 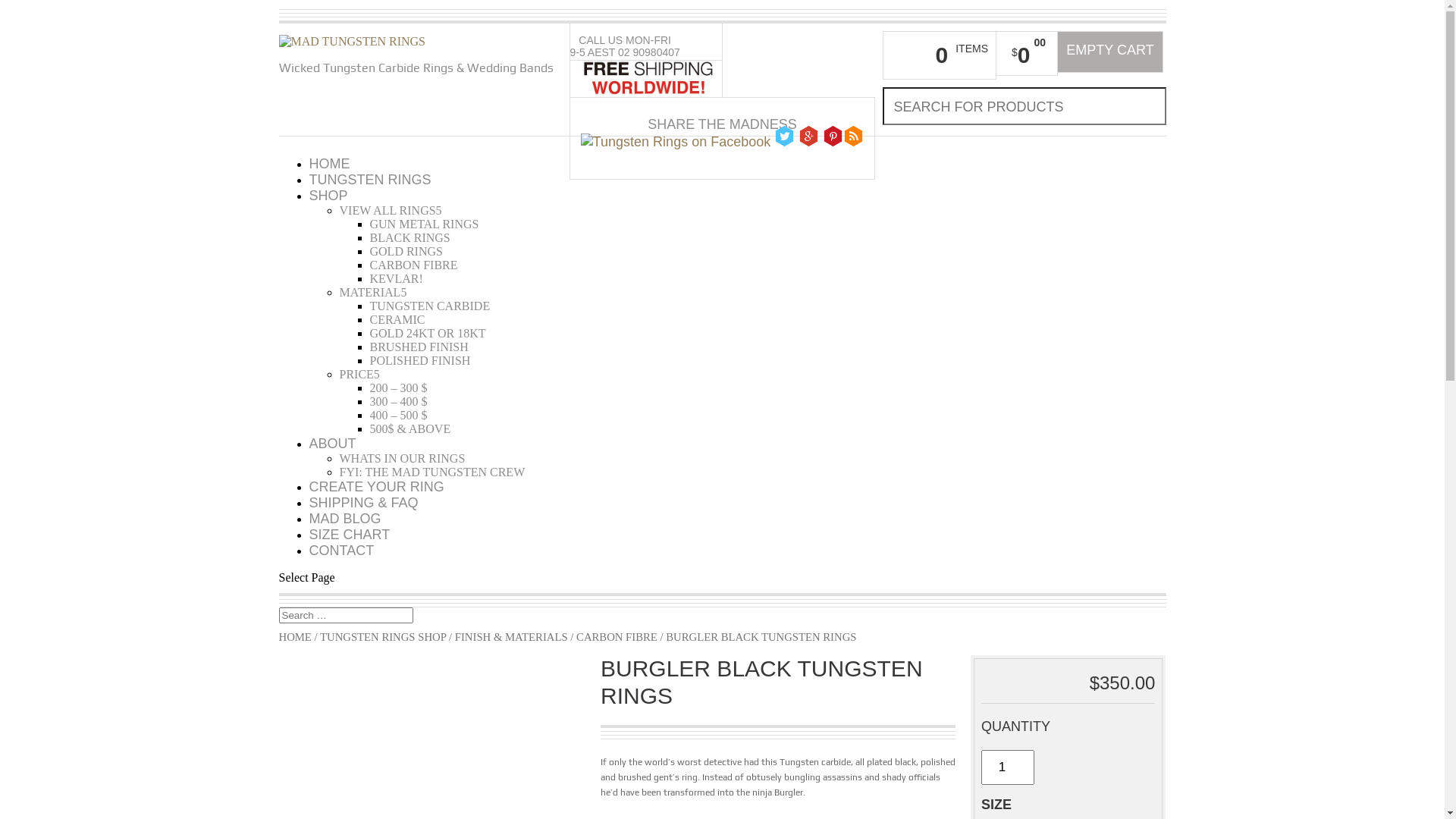 I want to click on 'TUNGSTEN CARBIDE', so click(x=429, y=306).